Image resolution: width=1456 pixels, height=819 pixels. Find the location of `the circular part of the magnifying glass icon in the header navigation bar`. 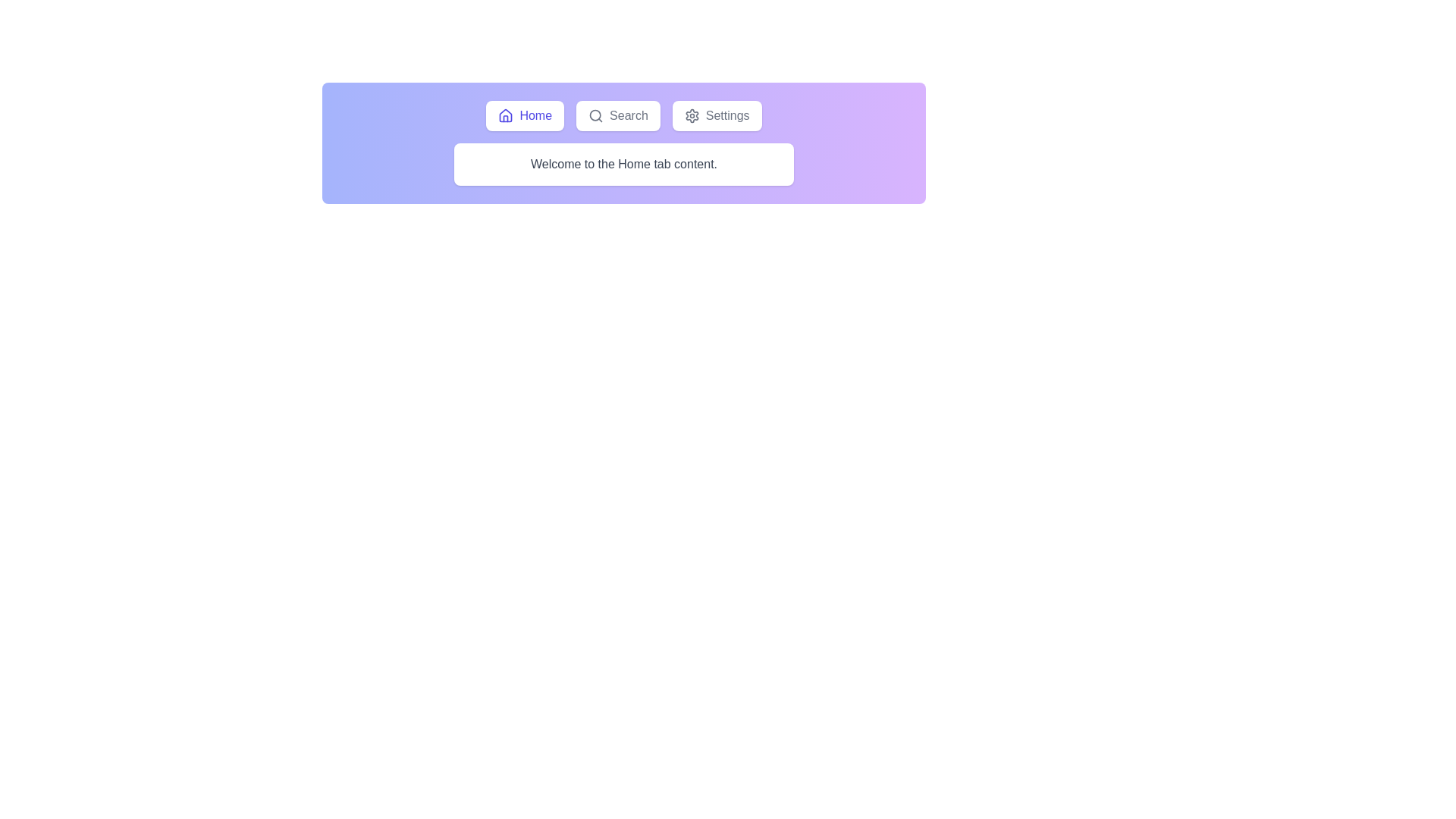

the circular part of the magnifying glass icon in the header navigation bar is located at coordinates (595, 115).